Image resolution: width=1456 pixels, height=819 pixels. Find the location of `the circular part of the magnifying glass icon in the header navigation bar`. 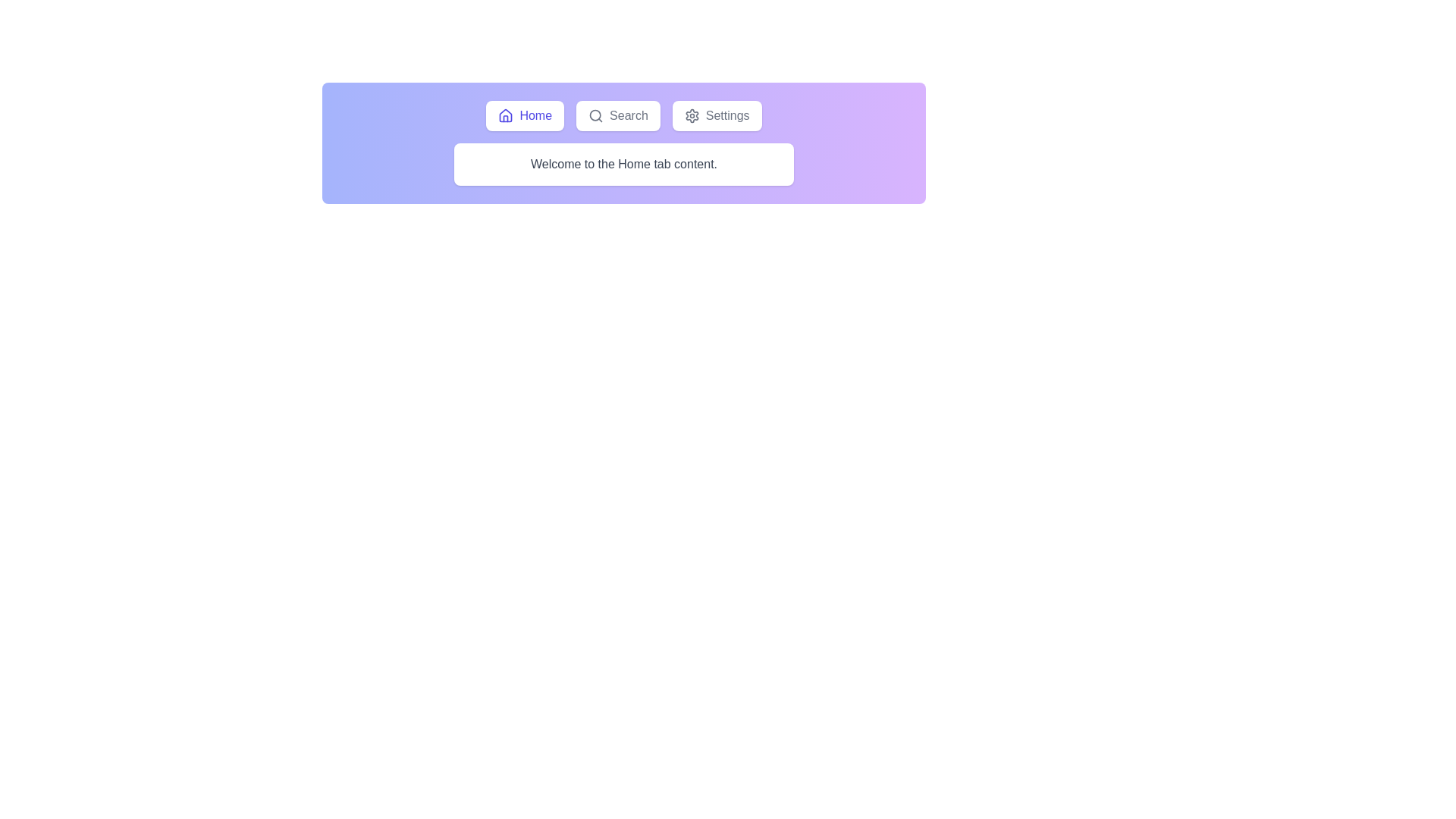

the circular part of the magnifying glass icon in the header navigation bar is located at coordinates (595, 115).